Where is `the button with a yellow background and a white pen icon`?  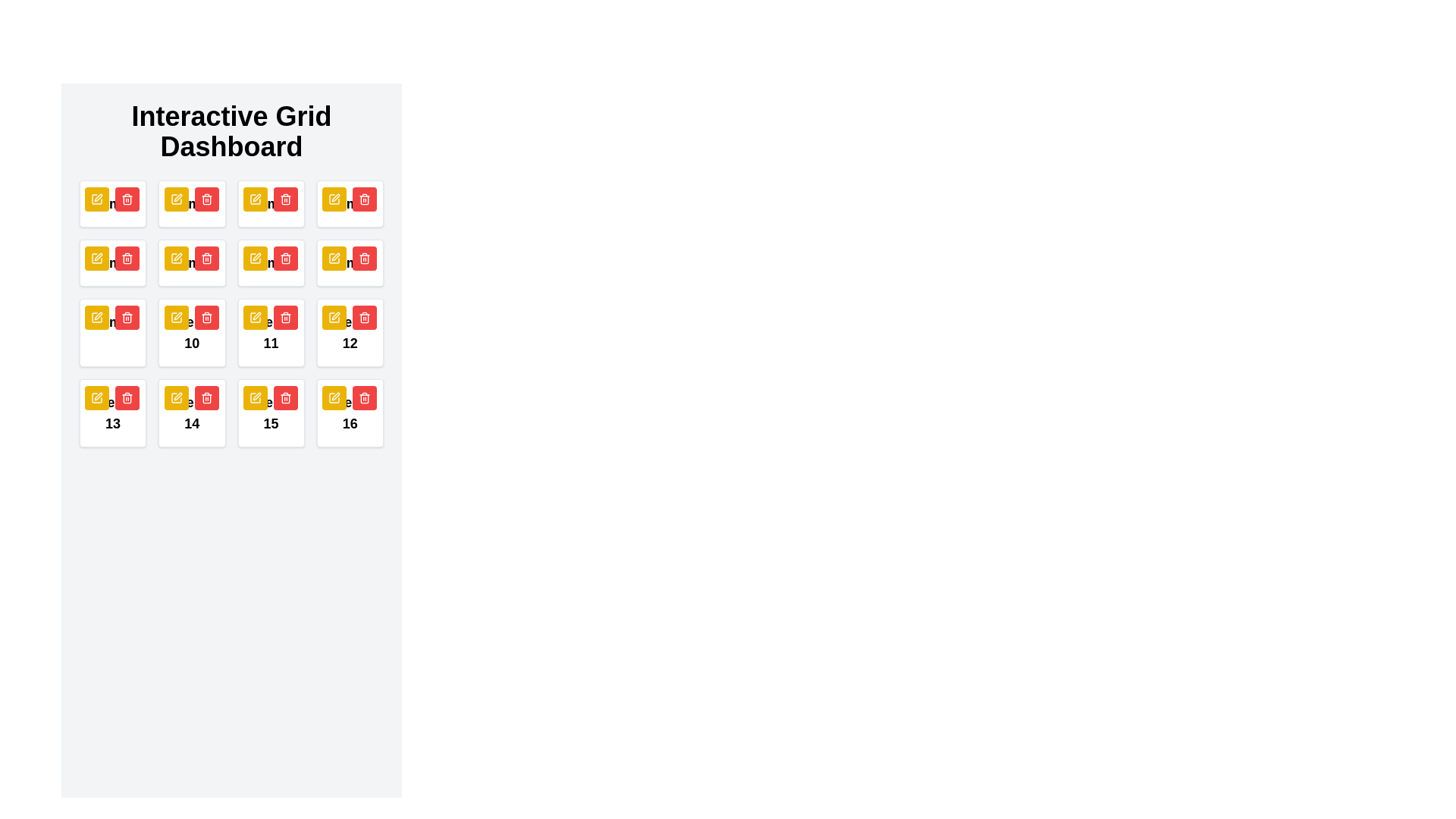
the button with a yellow background and a white pen icon is located at coordinates (96, 198).